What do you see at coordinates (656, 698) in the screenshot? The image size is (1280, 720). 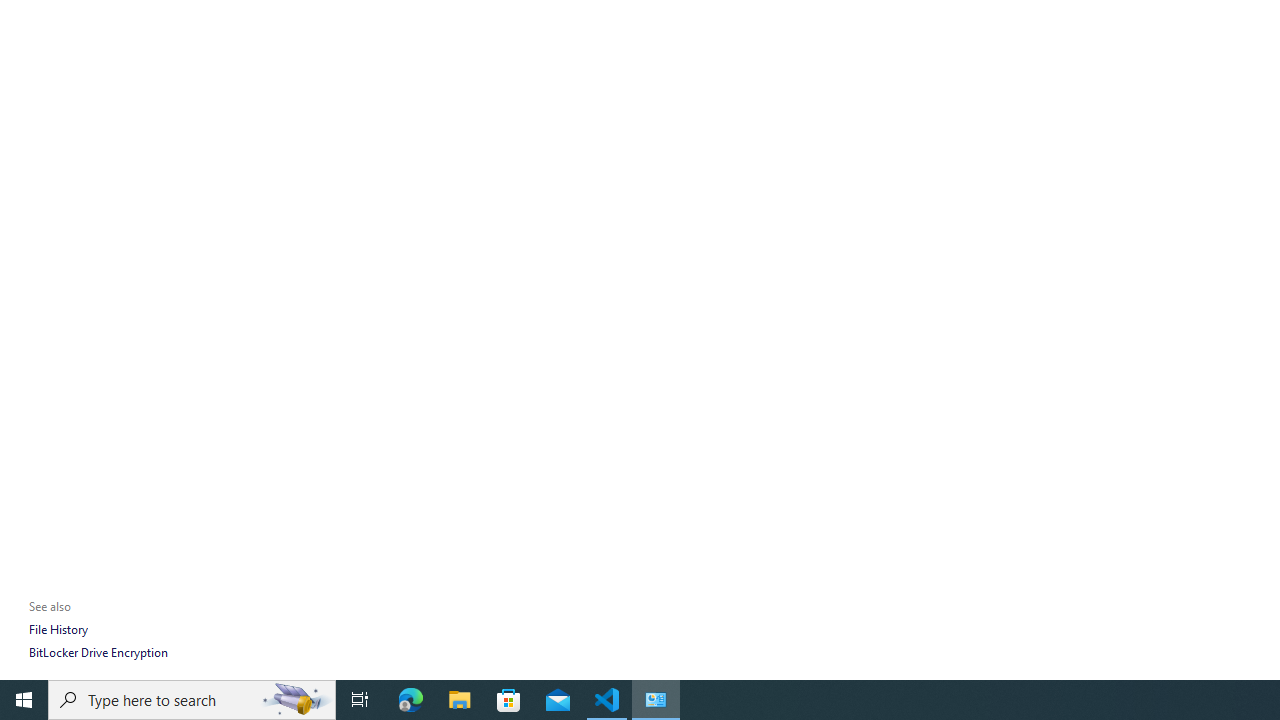 I see `'Control Panel - 1 running window'` at bounding box center [656, 698].